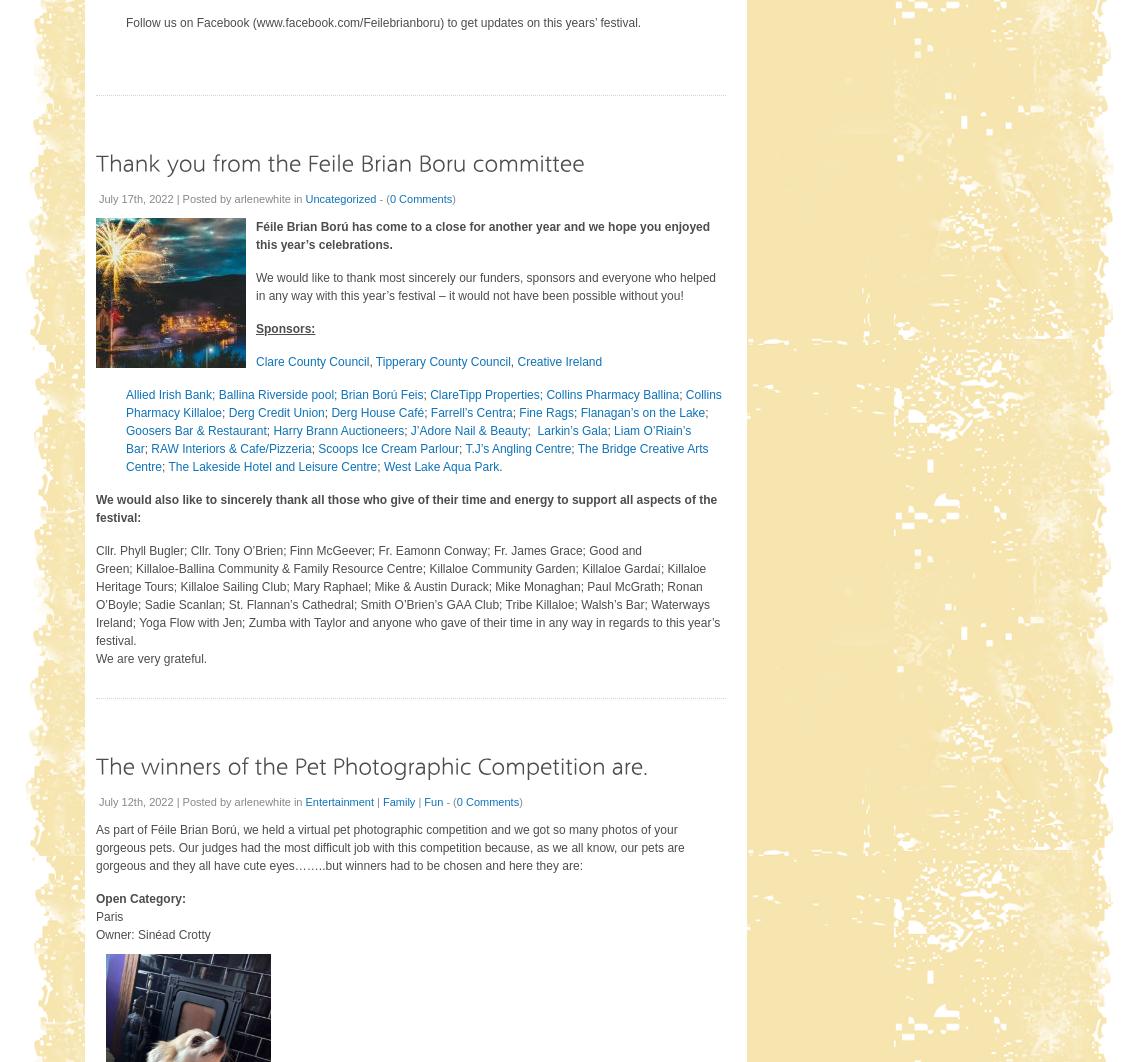  I want to click on 'Fine Rags', so click(518, 412).